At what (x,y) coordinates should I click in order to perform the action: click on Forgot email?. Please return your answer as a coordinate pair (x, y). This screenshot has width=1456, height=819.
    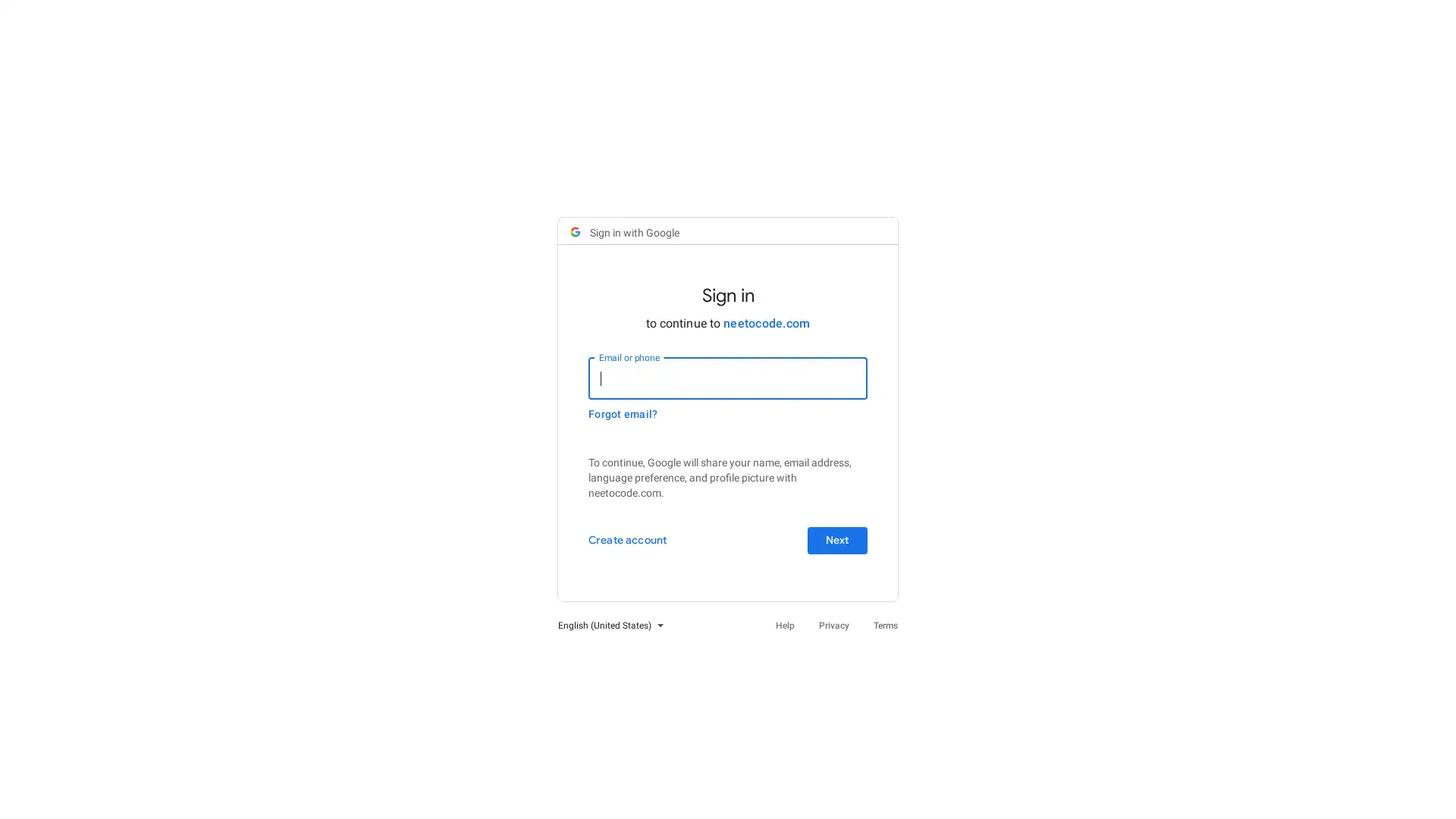
    Looking at the image, I should click on (623, 414).